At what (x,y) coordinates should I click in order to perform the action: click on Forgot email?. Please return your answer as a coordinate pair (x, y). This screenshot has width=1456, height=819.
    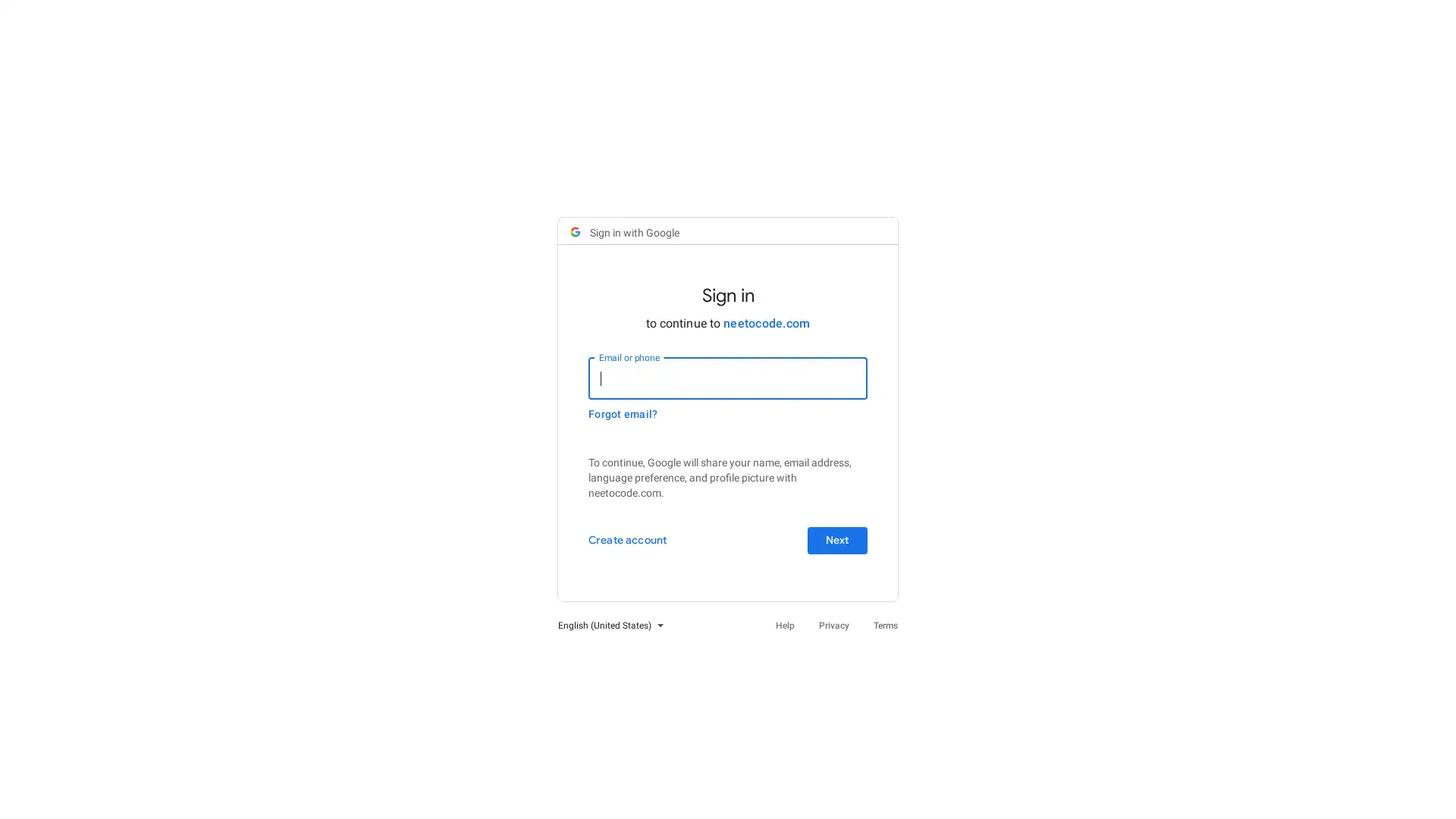
    Looking at the image, I should click on (623, 414).